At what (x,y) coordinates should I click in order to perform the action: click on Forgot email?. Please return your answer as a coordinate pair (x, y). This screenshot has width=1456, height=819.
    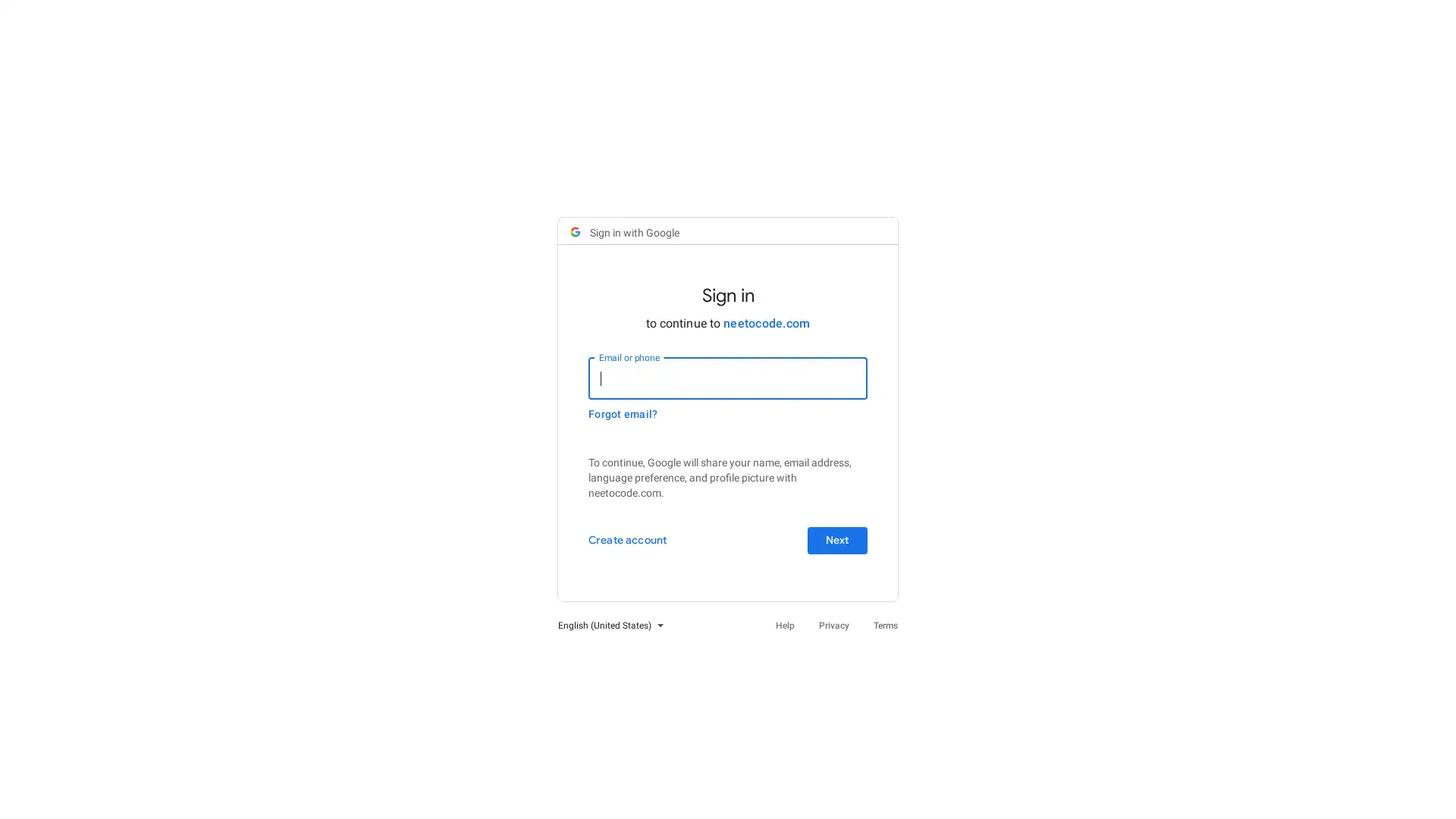
    Looking at the image, I should click on (623, 414).